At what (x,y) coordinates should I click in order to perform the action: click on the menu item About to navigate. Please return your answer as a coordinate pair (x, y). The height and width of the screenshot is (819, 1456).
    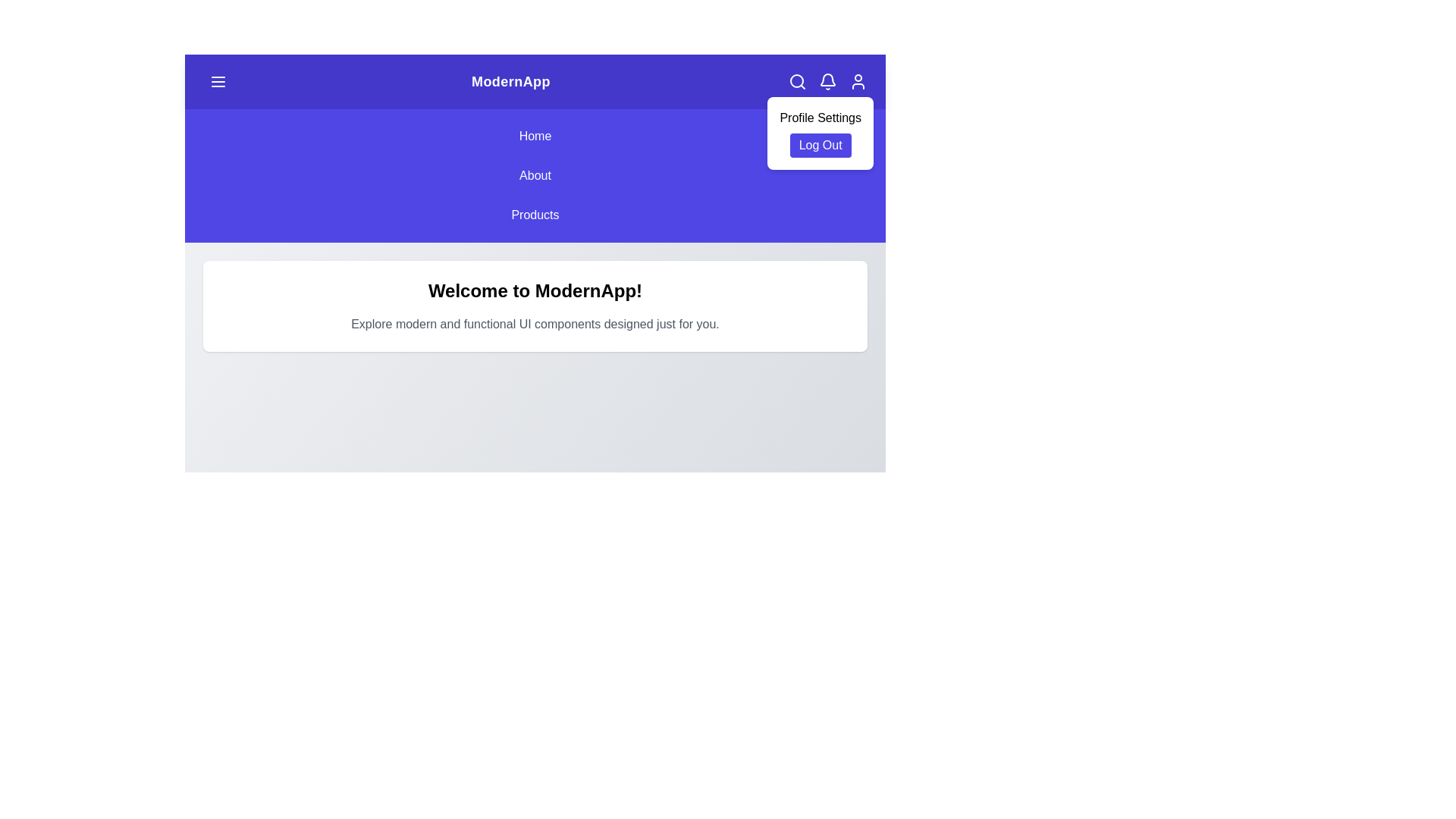
    Looking at the image, I should click on (535, 174).